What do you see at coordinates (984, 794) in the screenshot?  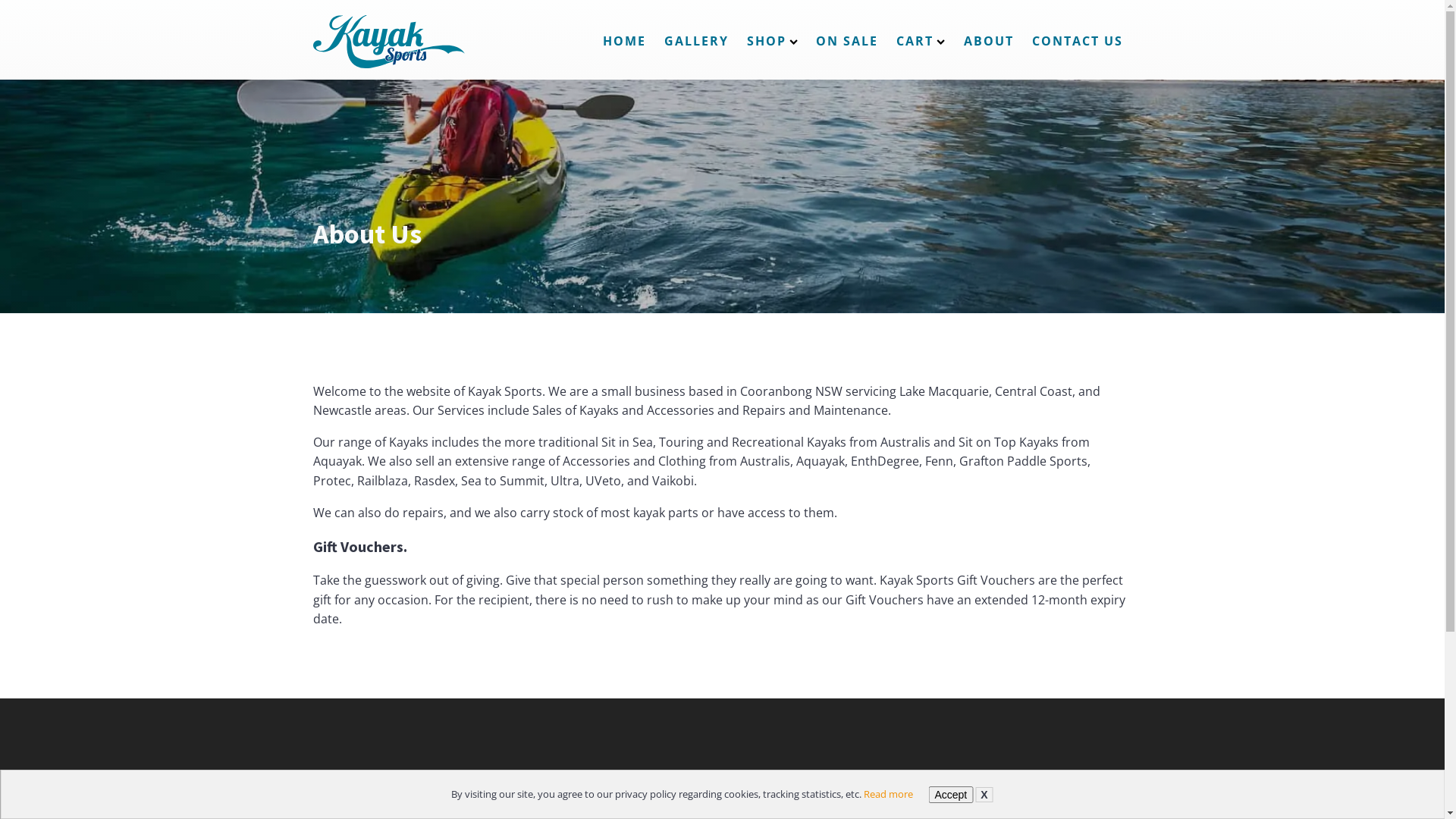 I see `'X'` at bounding box center [984, 794].